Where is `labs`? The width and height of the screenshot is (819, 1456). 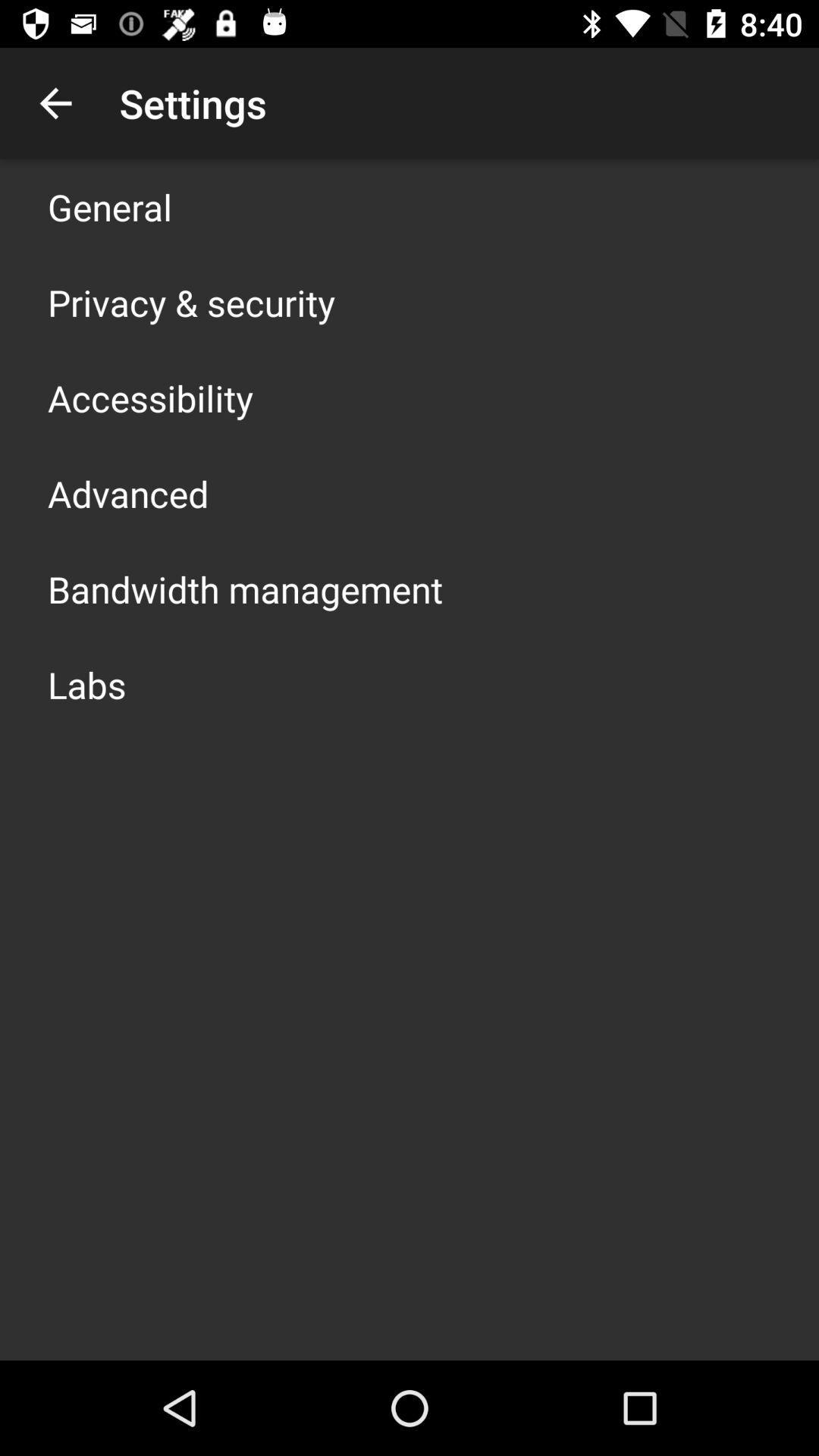 labs is located at coordinates (86, 683).